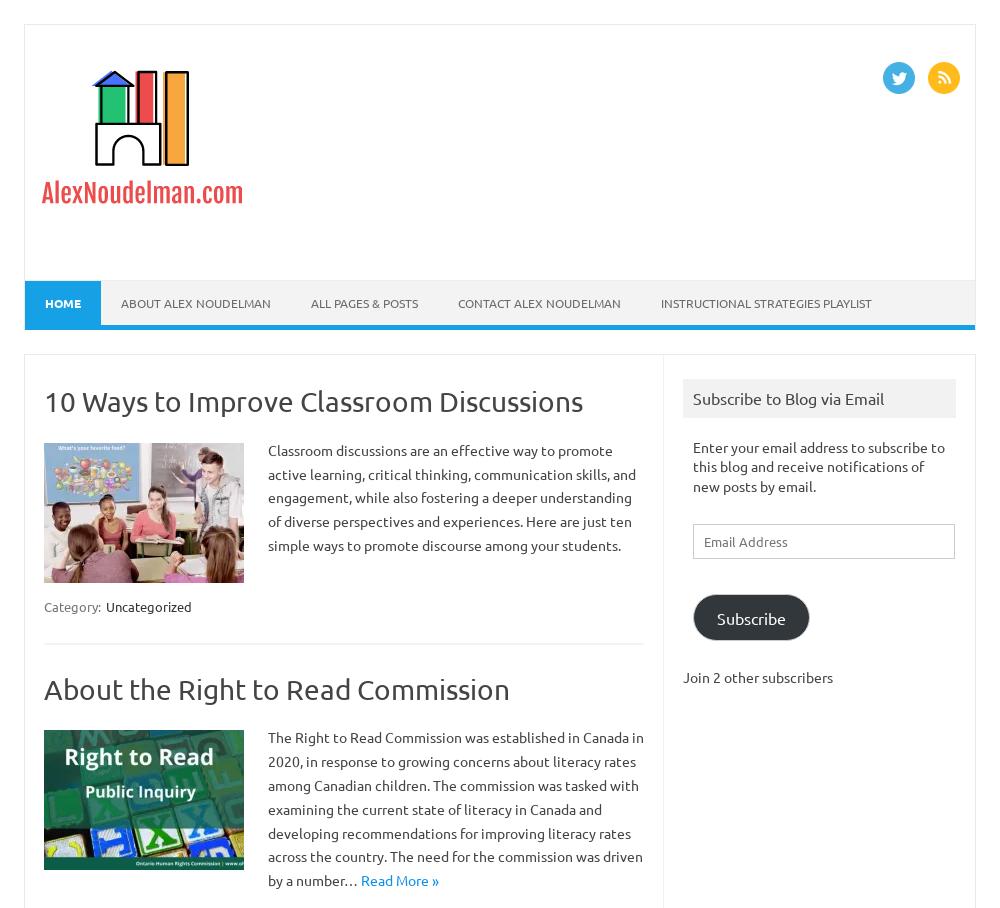 The height and width of the screenshot is (908, 1000). What do you see at coordinates (400, 880) in the screenshot?
I see `'Read More »'` at bounding box center [400, 880].